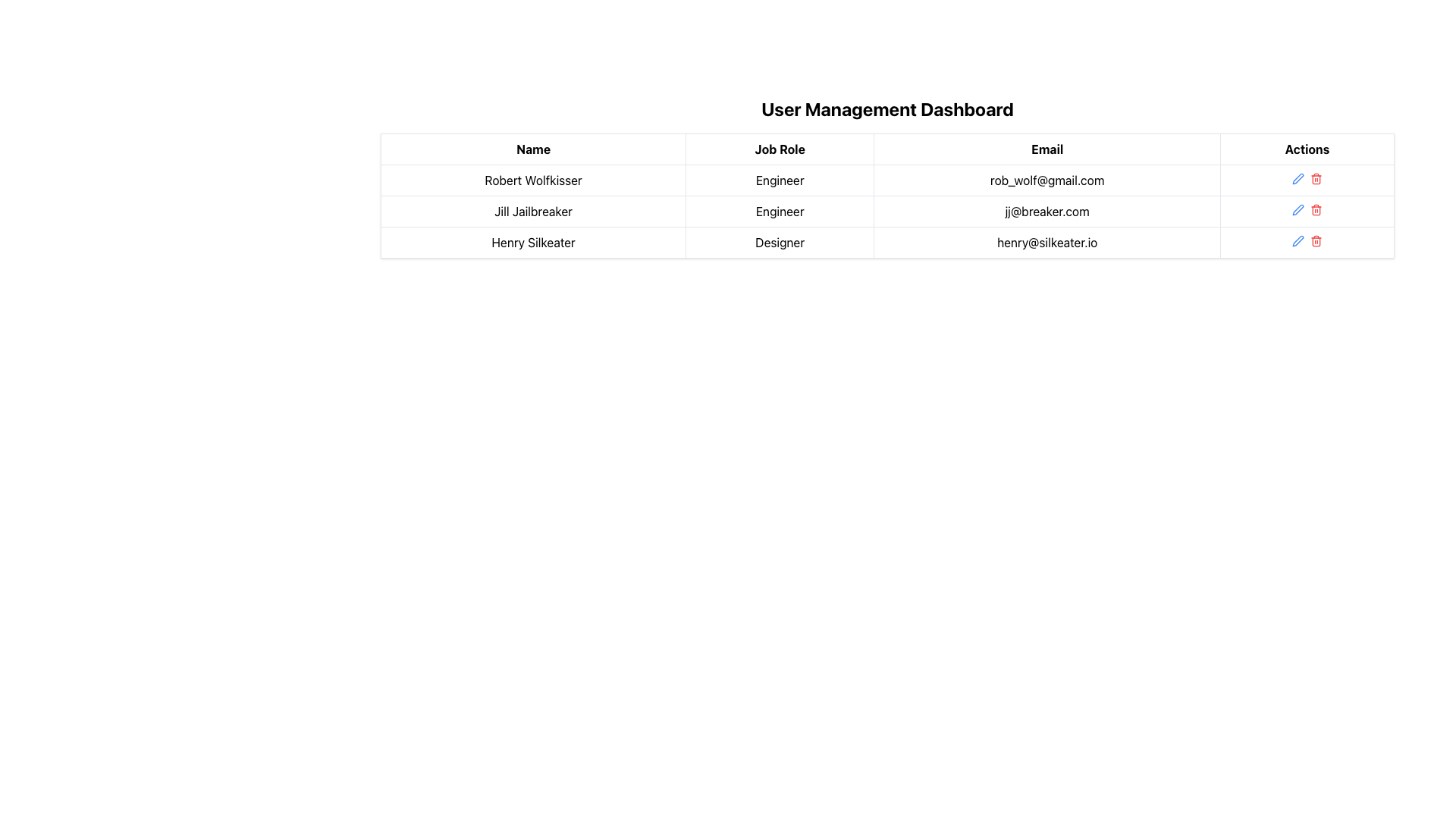 The image size is (1456, 819). What do you see at coordinates (1298, 210) in the screenshot?
I see `the edit icon (pen icon) for the second user row (Jill Jailbreaker) in the 'Actions' column to modify the row's information` at bounding box center [1298, 210].